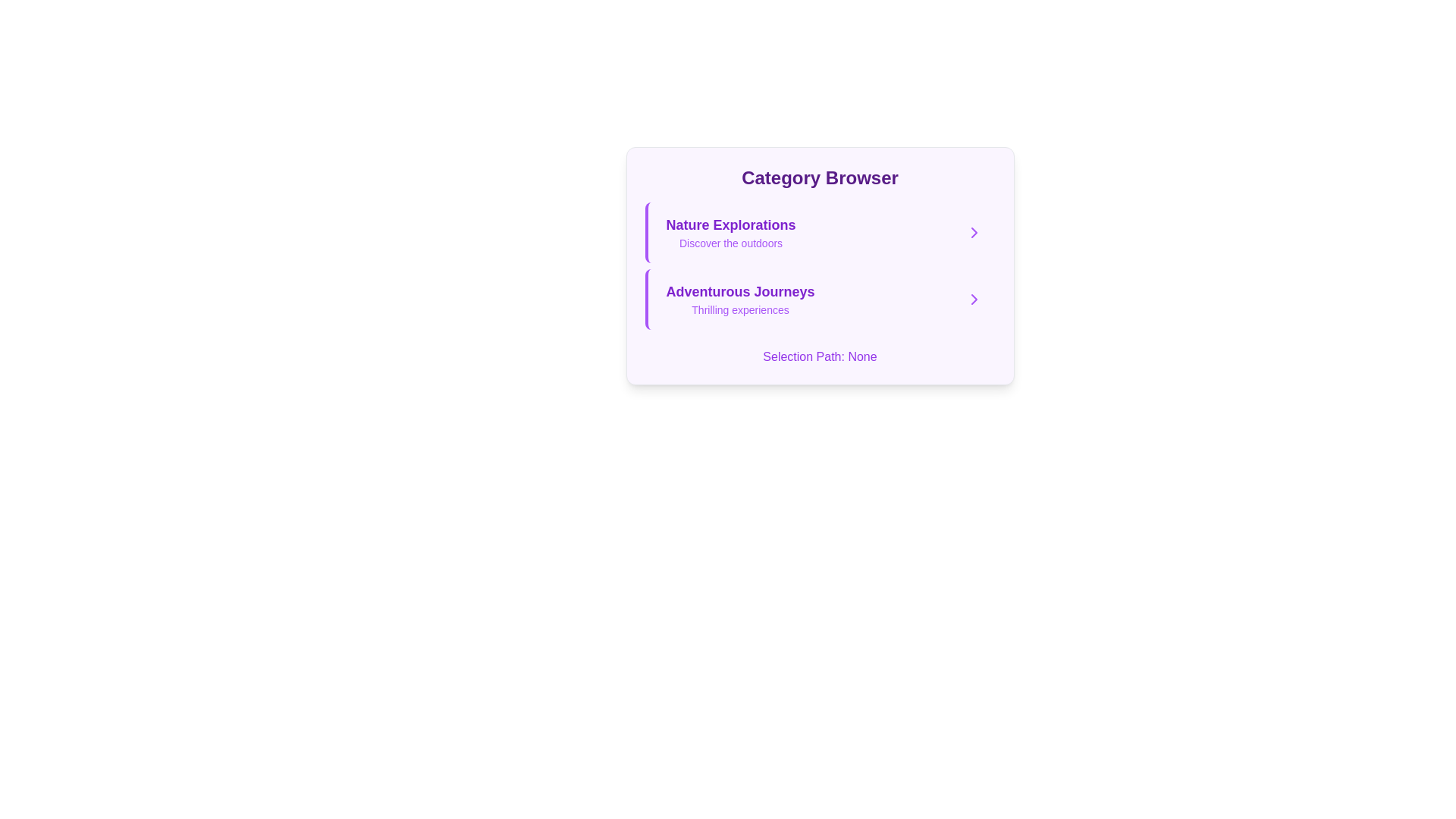 Image resolution: width=1456 pixels, height=819 pixels. Describe the element at coordinates (974, 233) in the screenshot. I see `the chevron arrow icon located to the right of the 'Nature Explorations' text` at that location.